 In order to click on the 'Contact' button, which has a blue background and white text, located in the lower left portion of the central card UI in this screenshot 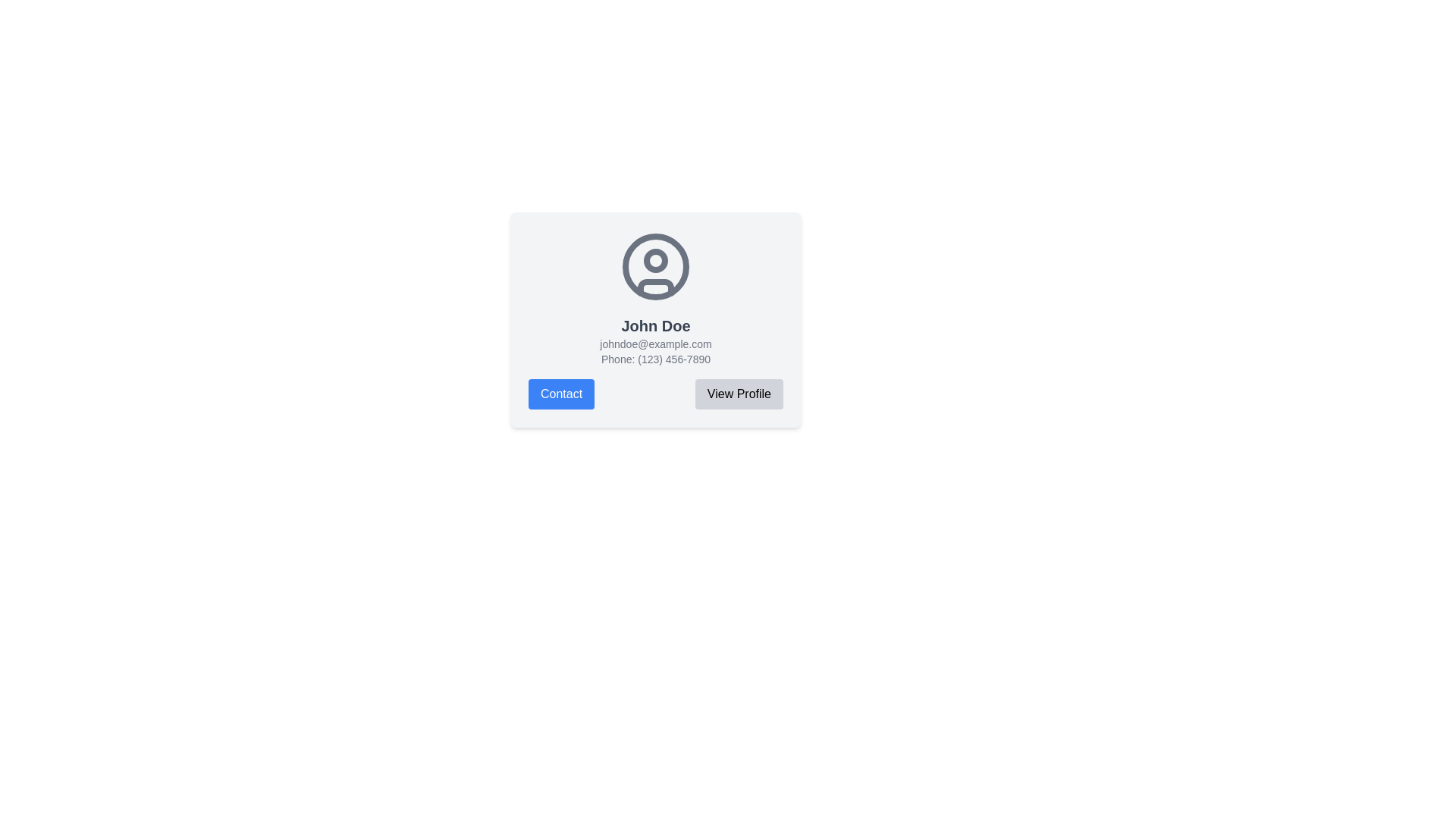, I will do `click(560, 394)`.